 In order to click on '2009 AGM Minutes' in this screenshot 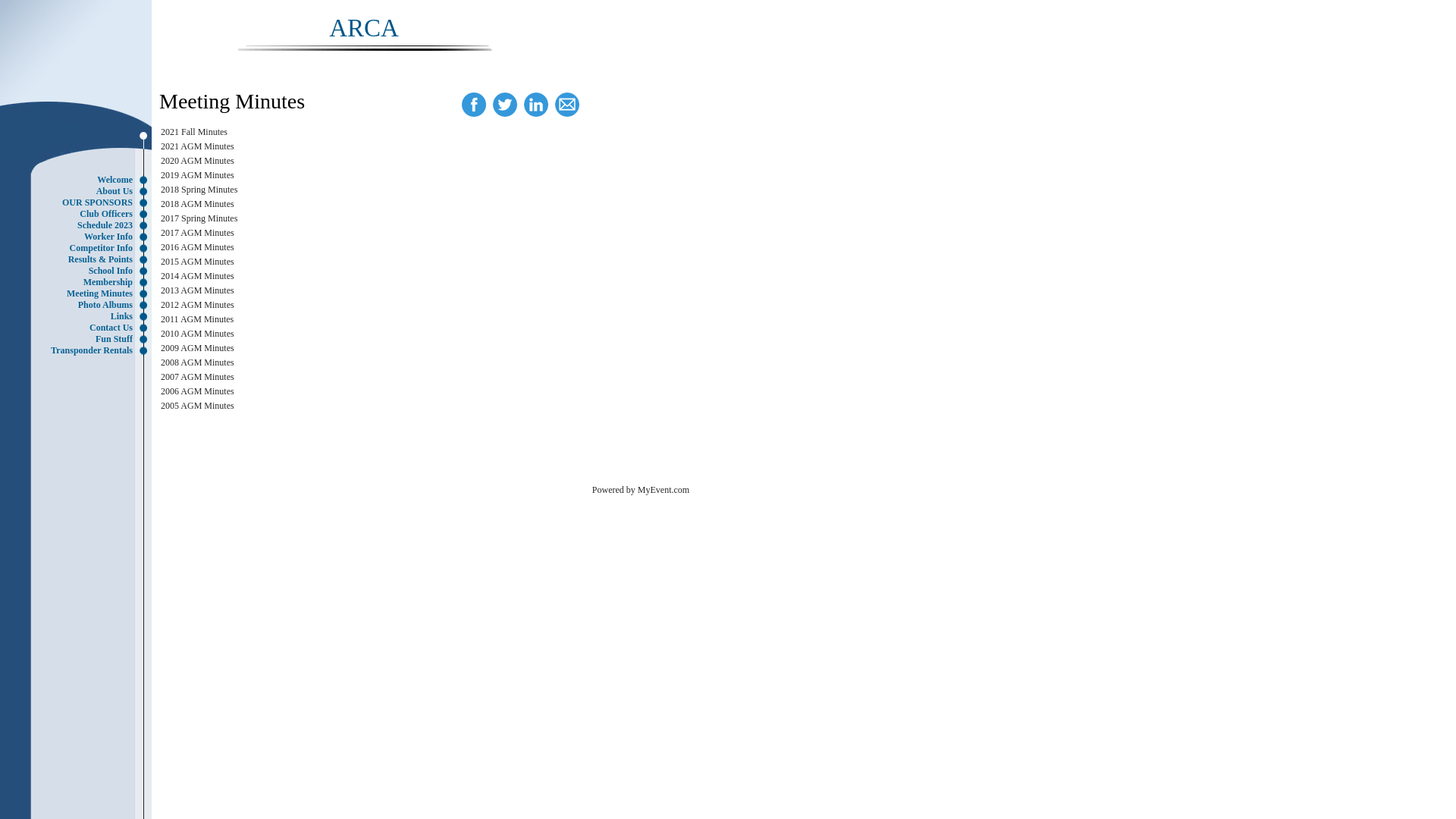, I will do `click(160, 348)`.